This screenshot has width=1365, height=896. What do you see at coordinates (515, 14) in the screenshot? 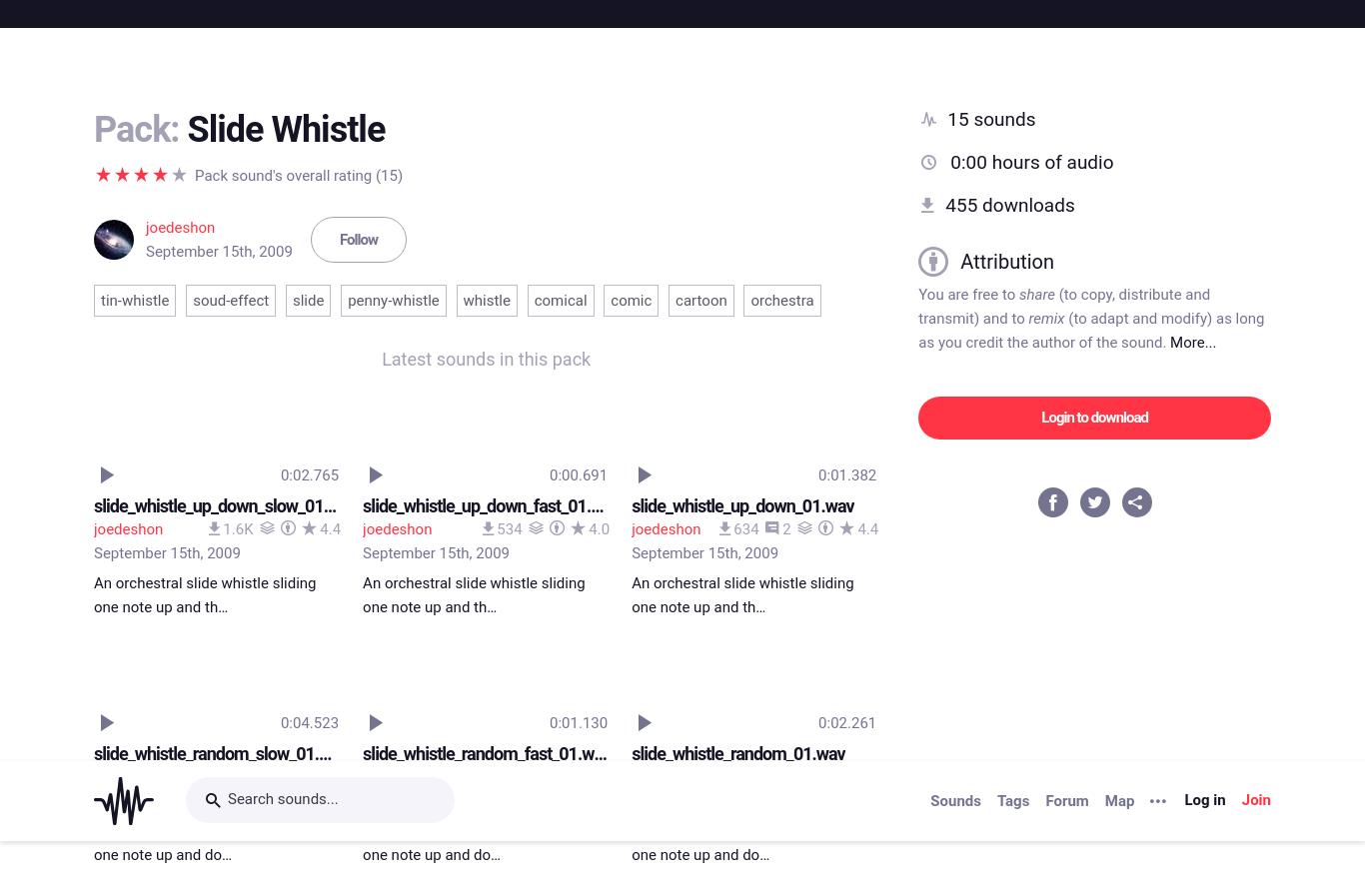
I see `'1'` at bounding box center [515, 14].